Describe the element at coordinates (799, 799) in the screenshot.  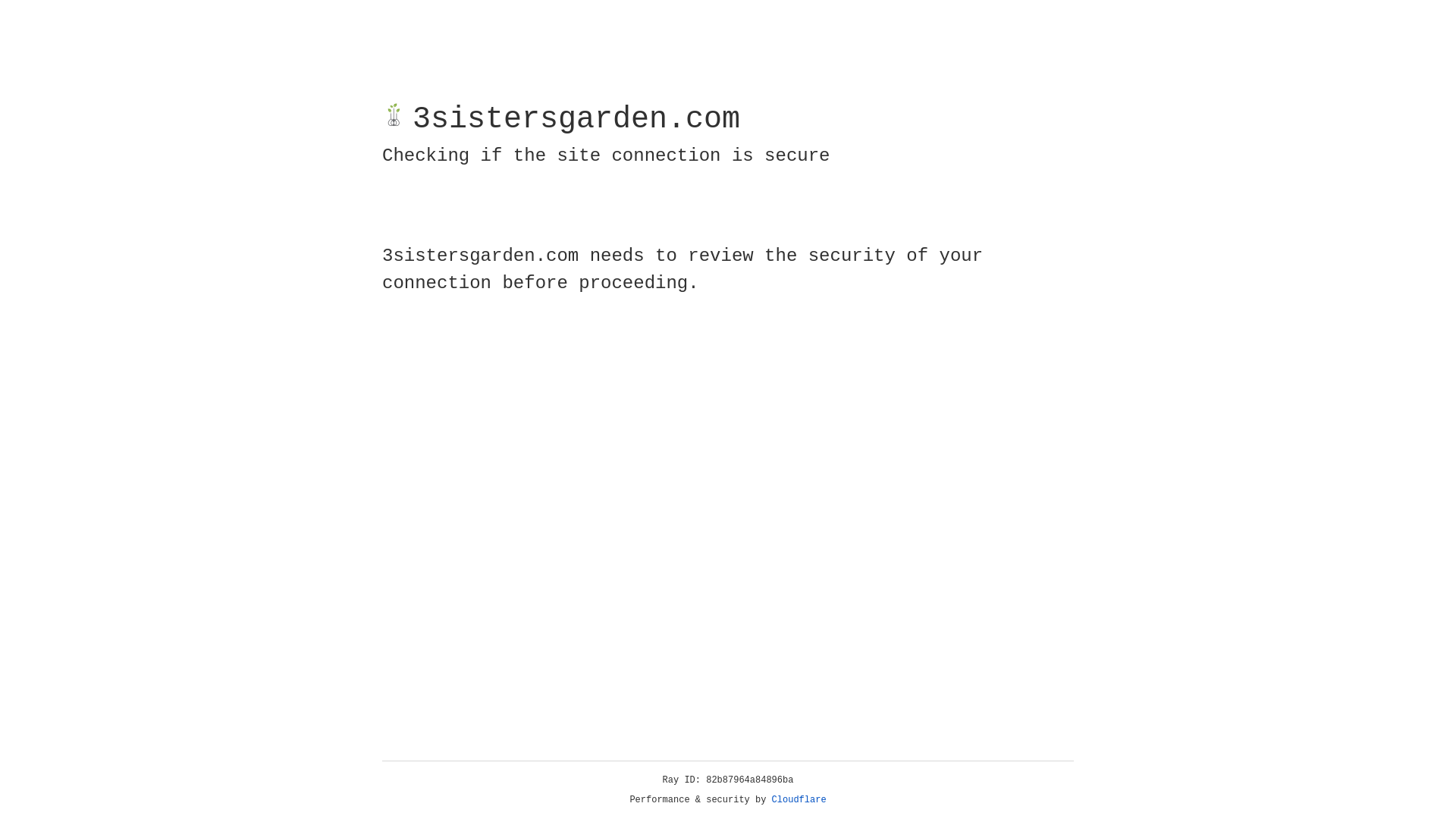
I see `'Cloudflare'` at that location.